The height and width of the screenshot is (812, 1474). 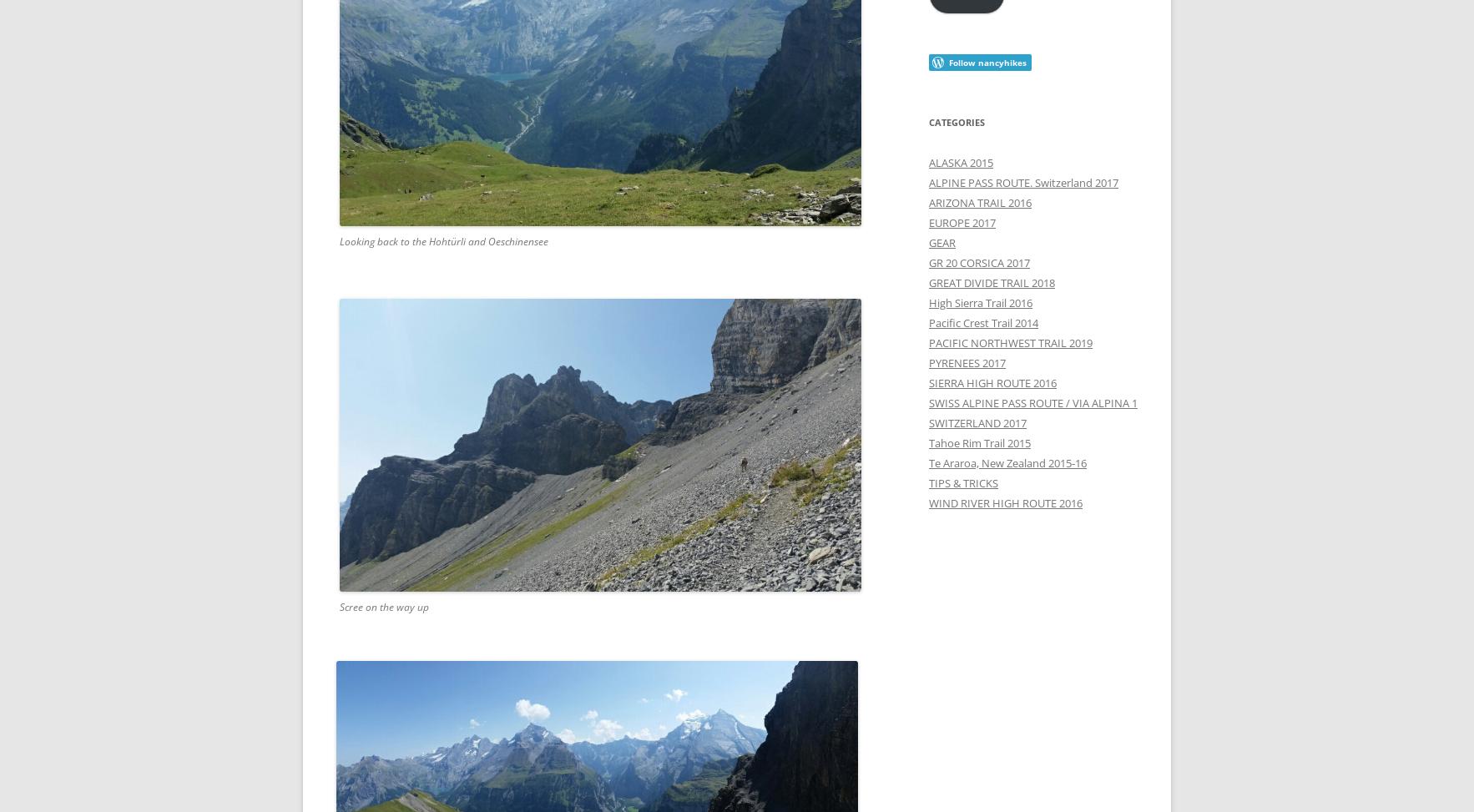 I want to click on 'ARIZONA TRAIL 2016', so click(x=979, y=200).